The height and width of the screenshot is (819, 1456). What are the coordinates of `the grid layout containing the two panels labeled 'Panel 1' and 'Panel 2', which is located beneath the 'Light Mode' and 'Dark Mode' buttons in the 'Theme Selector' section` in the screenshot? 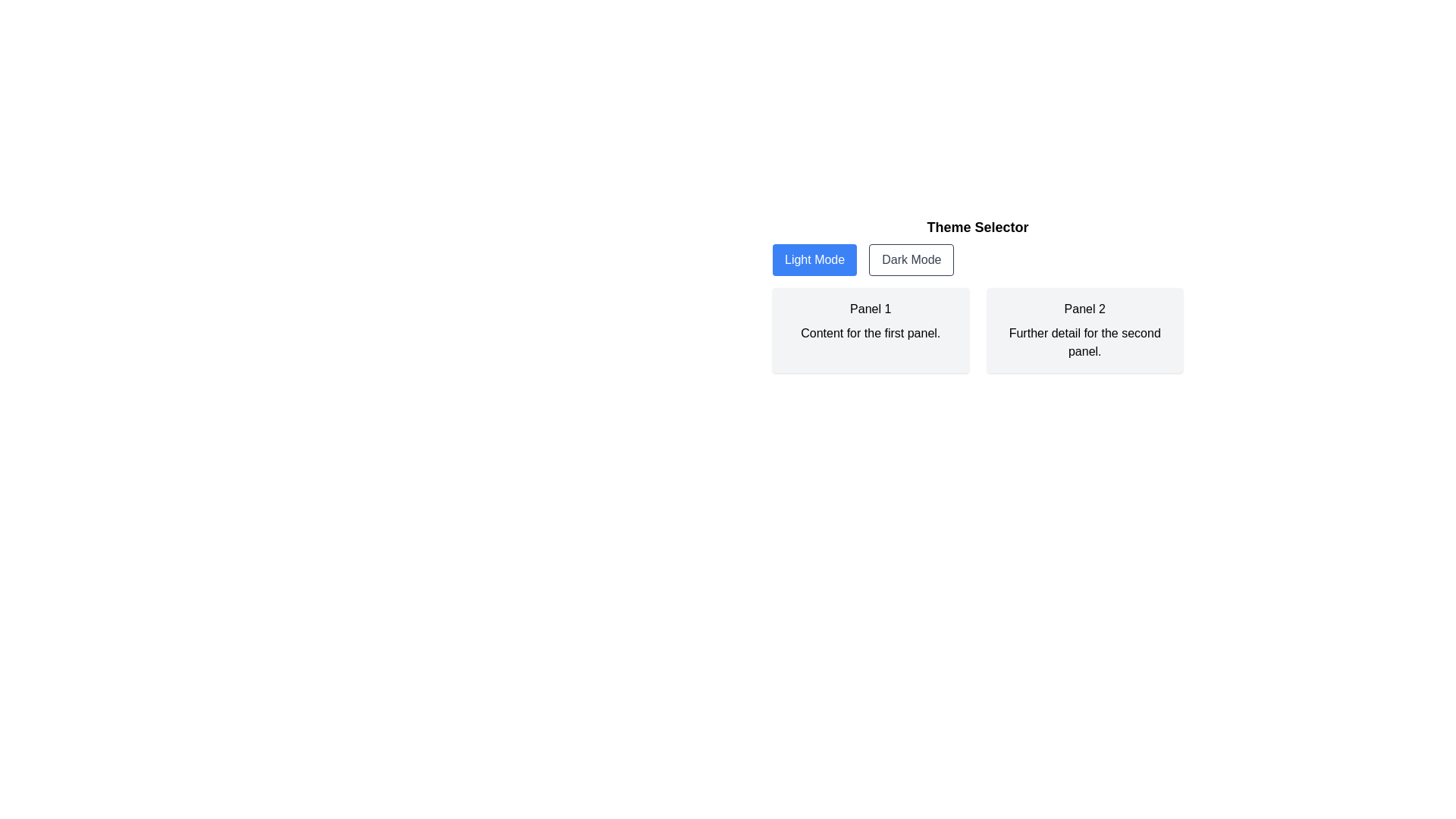 It's located at (977, 329).